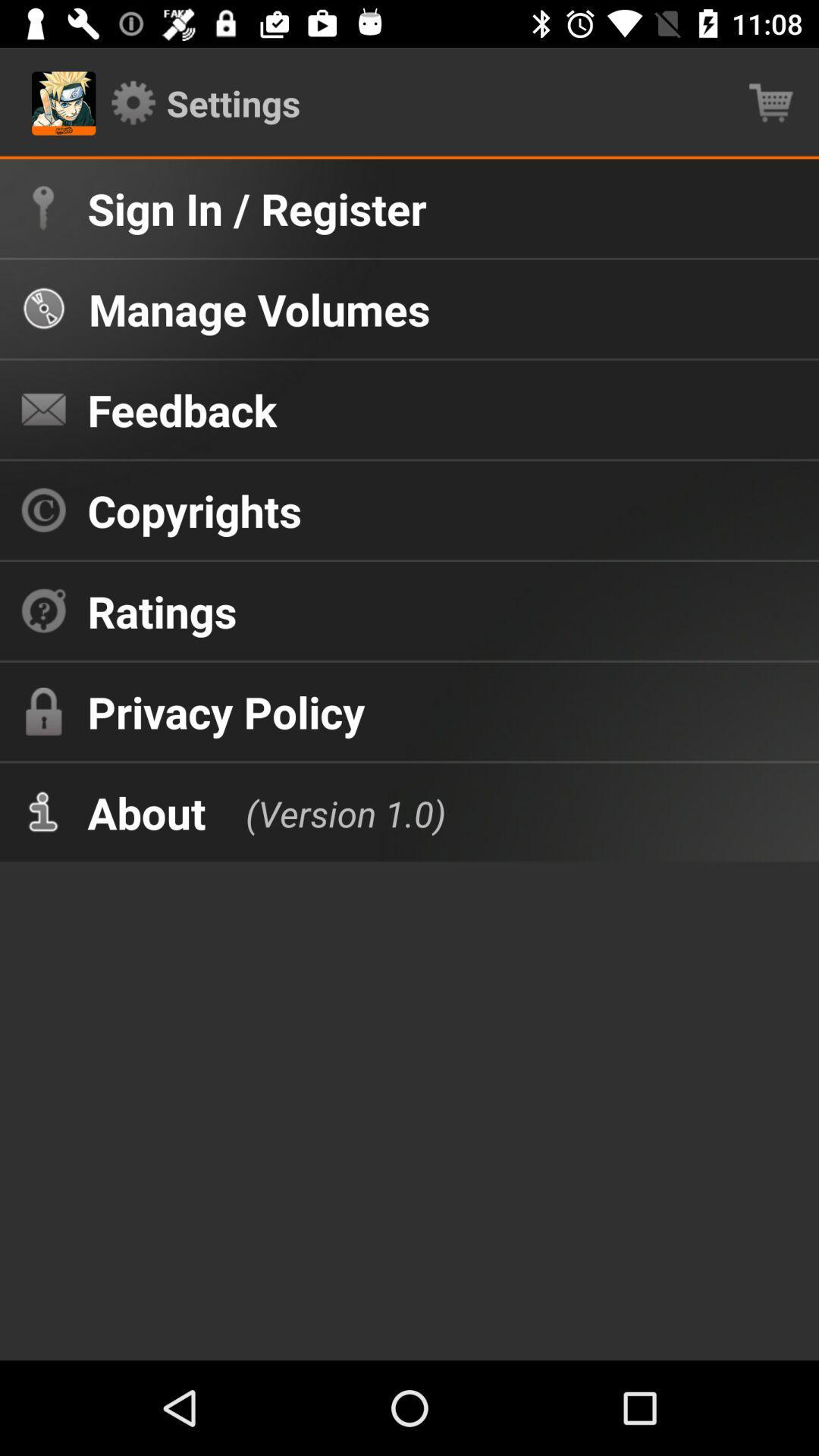  I want to click on the icon above the ratings icon, so click(193, 510).